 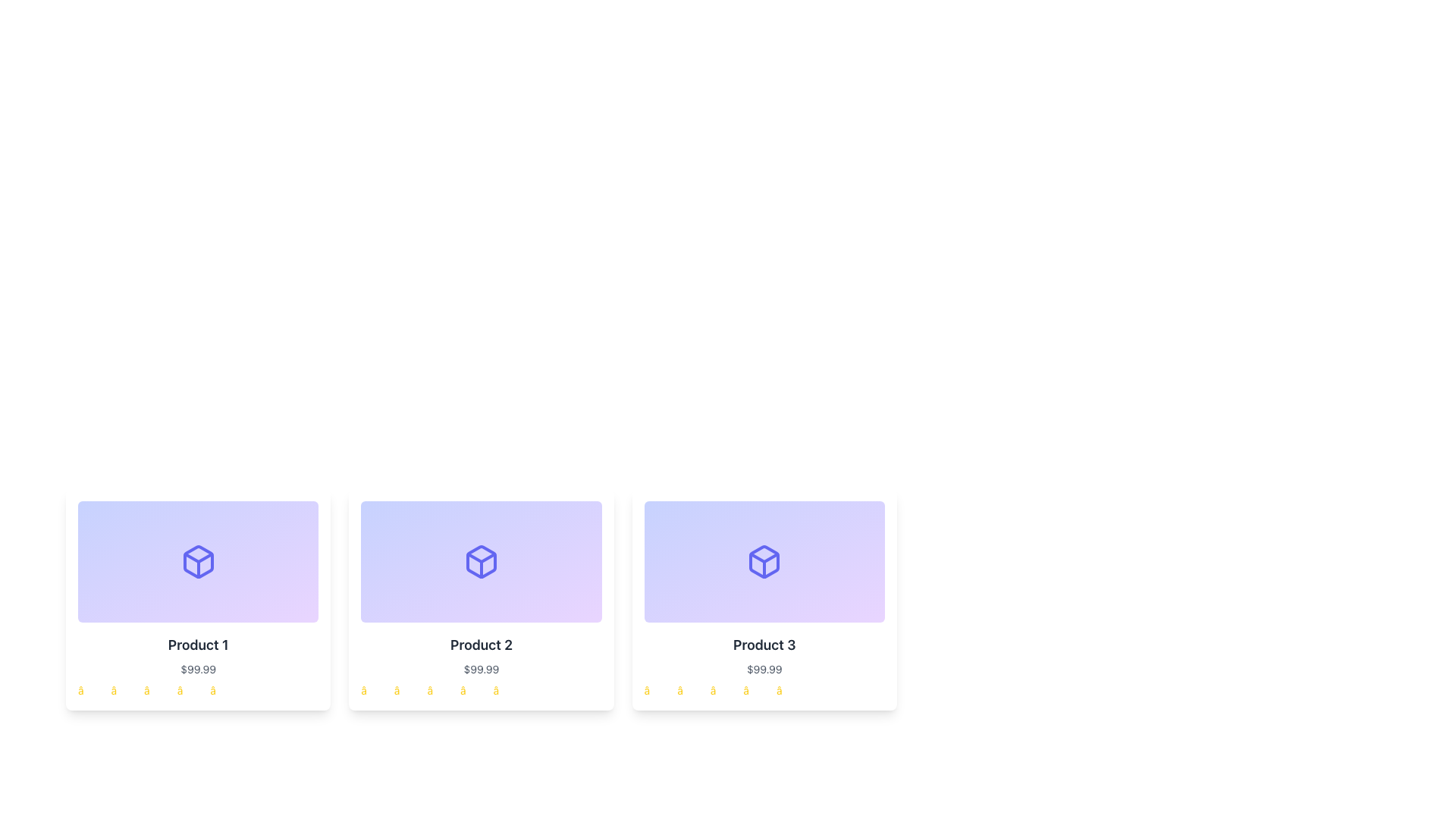 I want to click on the Information Card located in the top left corner of the grid layout, so click(x=197, y=598).